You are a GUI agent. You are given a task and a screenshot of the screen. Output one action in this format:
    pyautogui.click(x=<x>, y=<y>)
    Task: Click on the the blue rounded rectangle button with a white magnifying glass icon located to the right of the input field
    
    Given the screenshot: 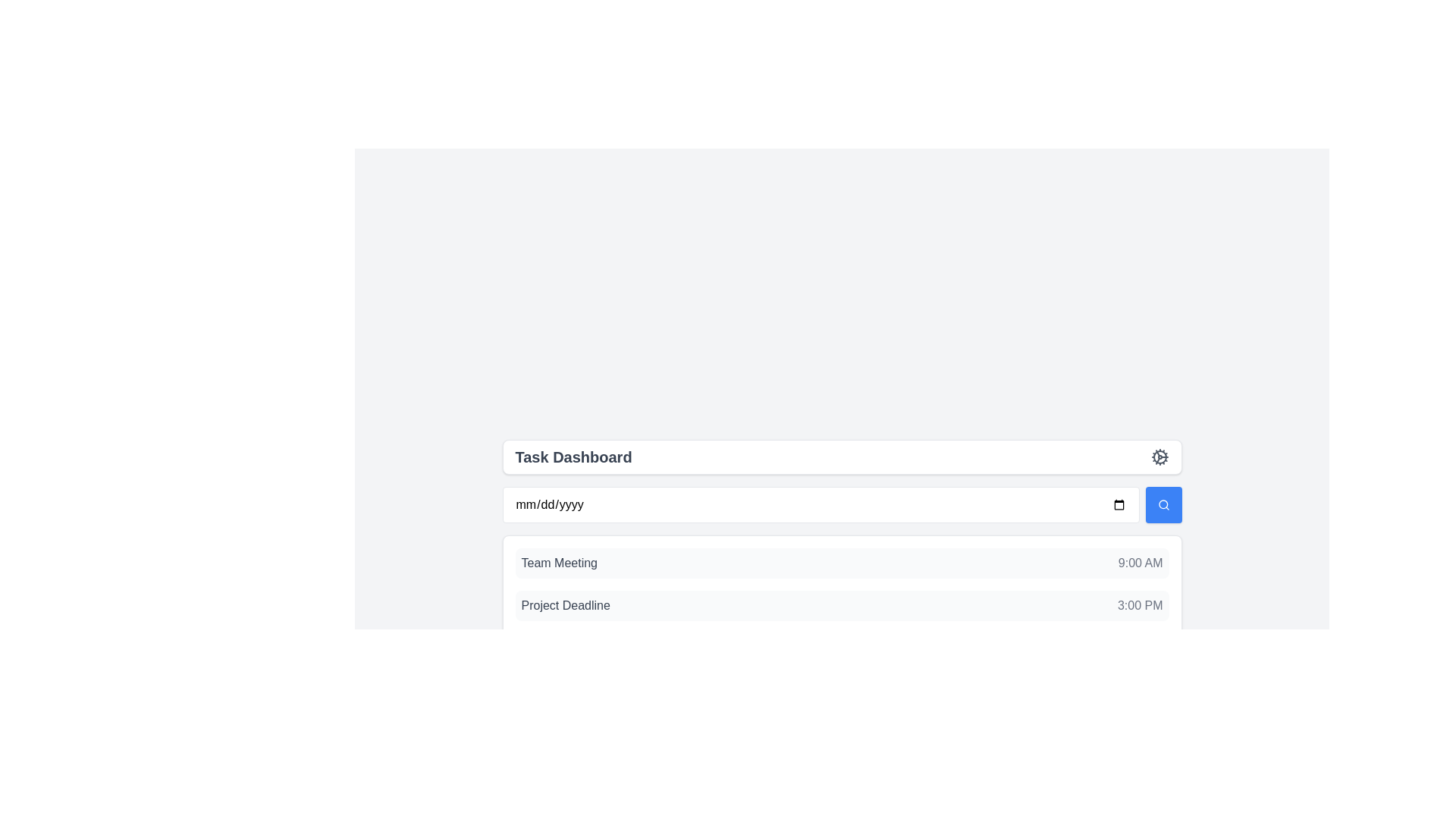 What is the action you would take?
    pyautogui.click(x=1163, y=505)
    